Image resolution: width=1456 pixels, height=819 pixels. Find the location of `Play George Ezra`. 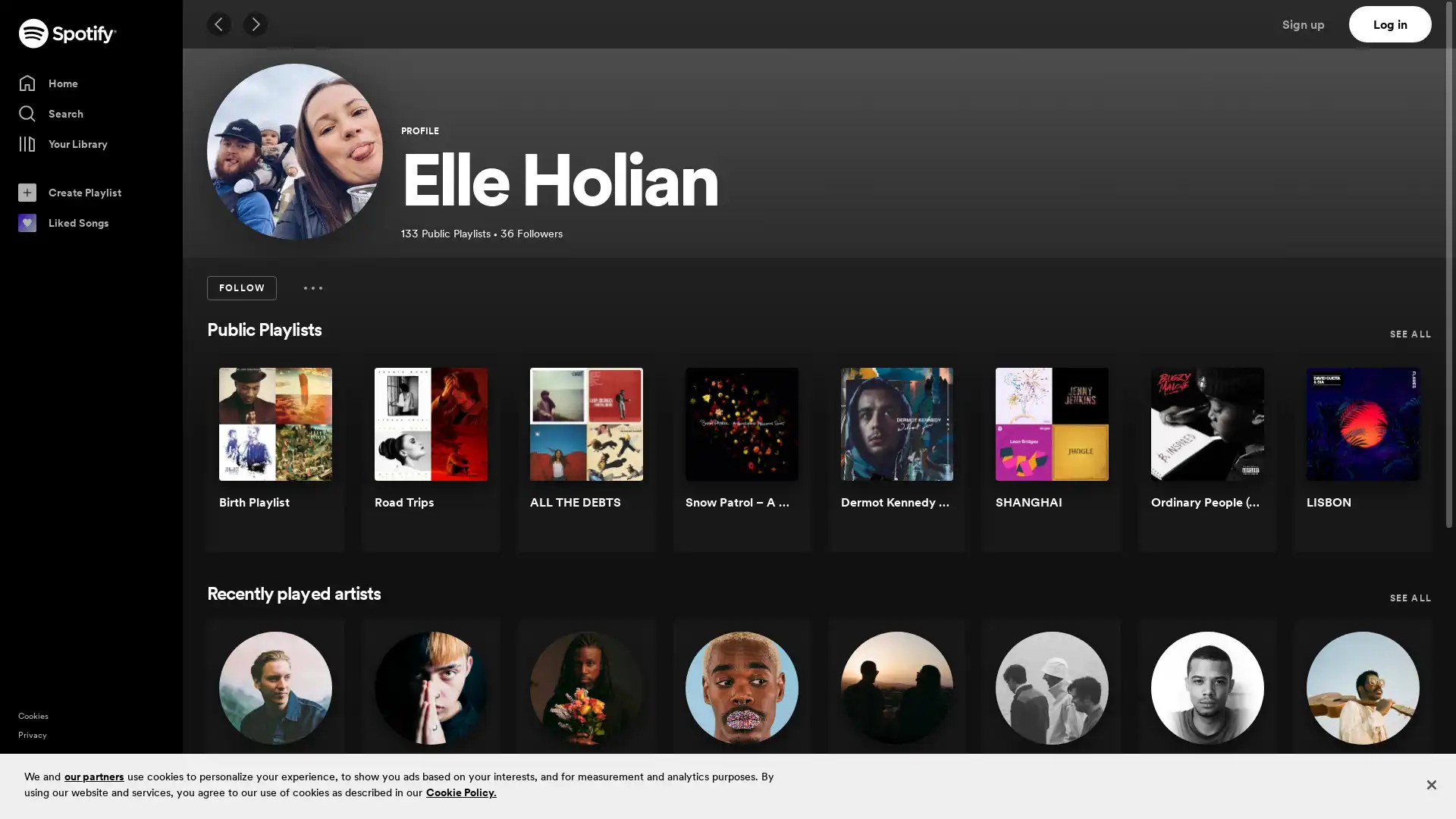

Play George Ezra is located at coordinates (306, 724).